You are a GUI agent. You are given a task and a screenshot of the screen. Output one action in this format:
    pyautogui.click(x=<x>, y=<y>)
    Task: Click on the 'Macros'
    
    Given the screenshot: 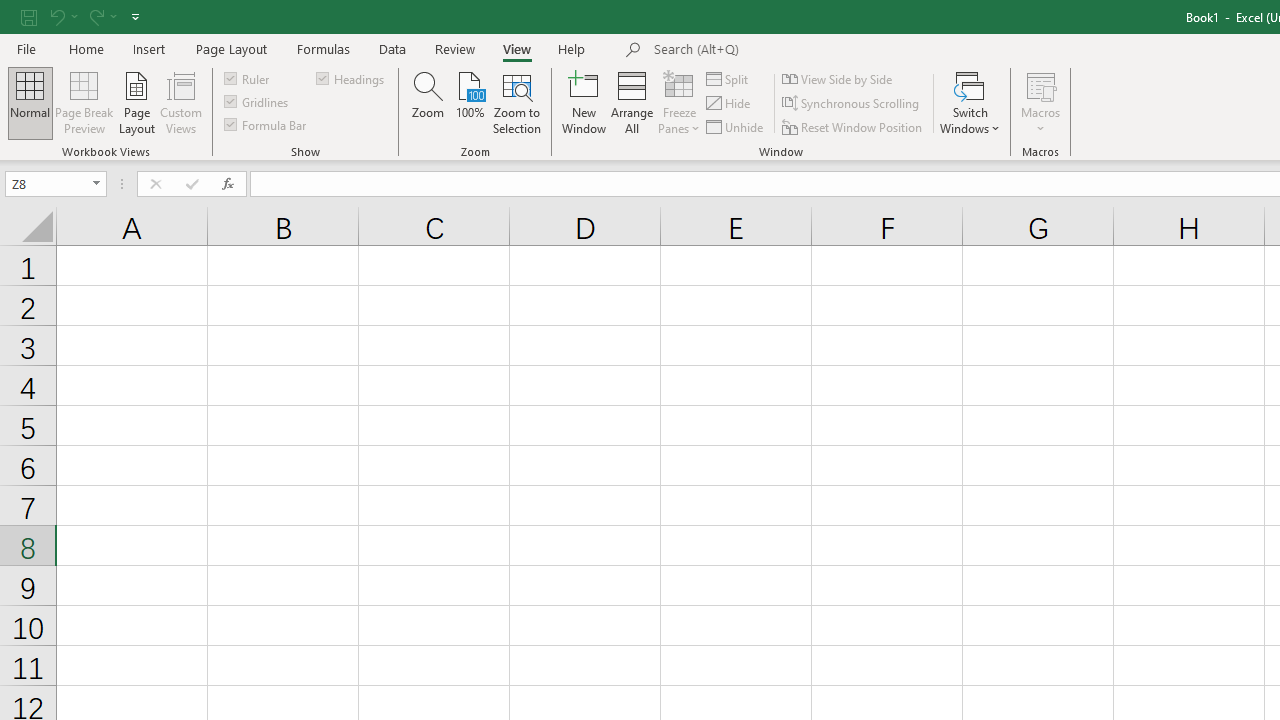 What is the action you would take?
    pyautogui.click(x=1040, y=103)
    